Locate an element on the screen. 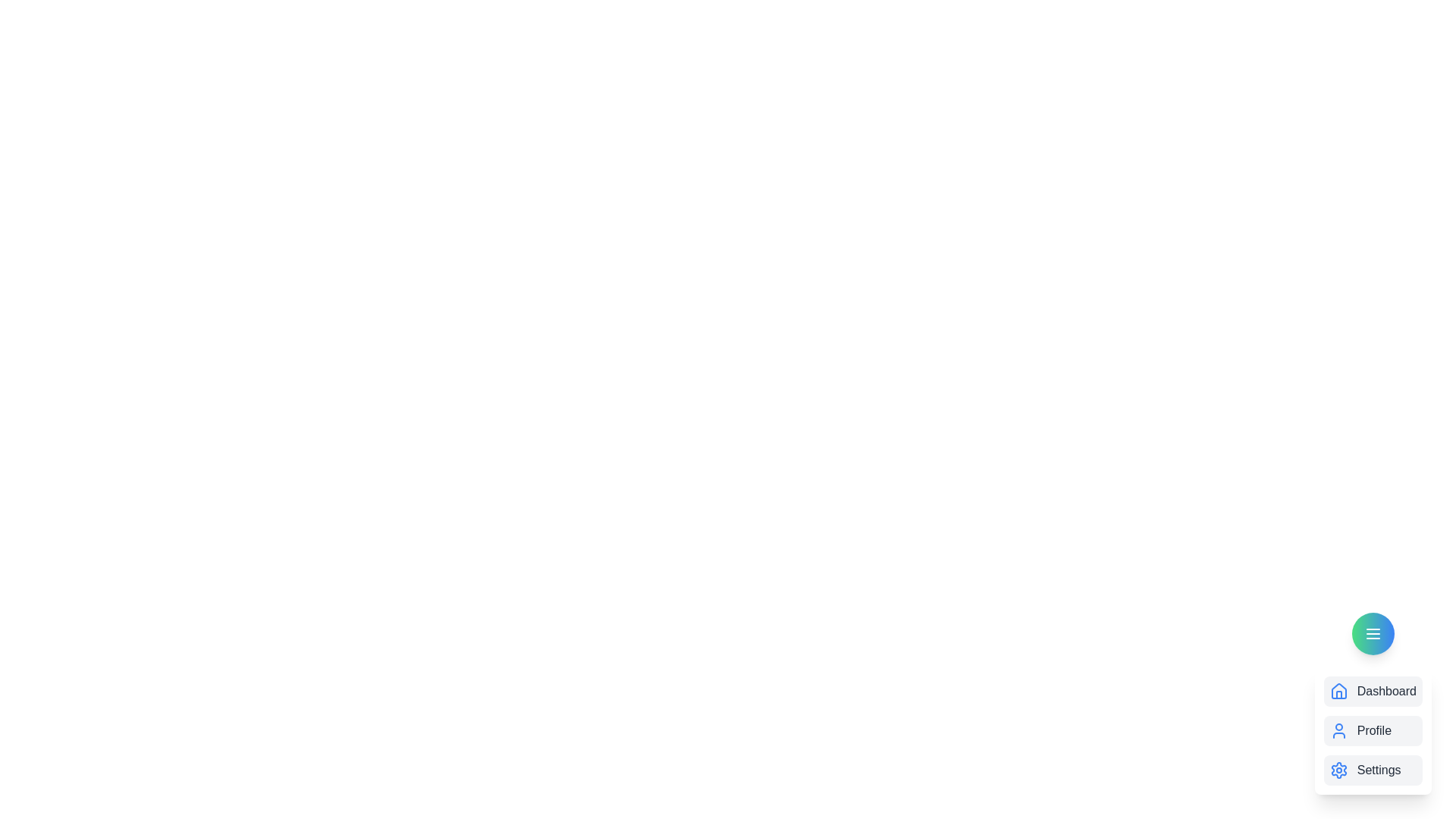 This screenshot has height=819, width=1456. the Profile from the menu options is located at coordinates (1373, 730).